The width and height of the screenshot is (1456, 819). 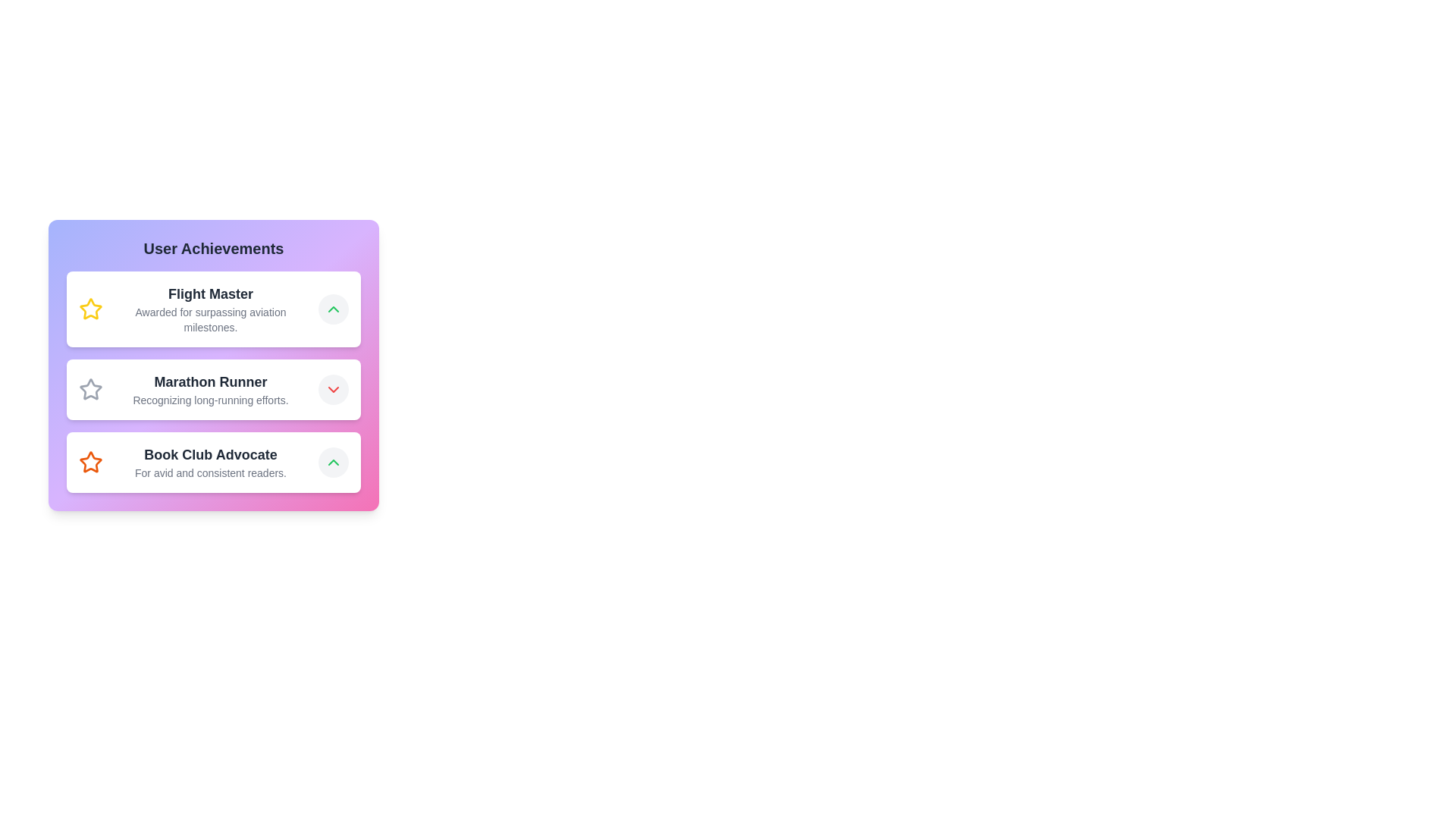 What do you see at coordinates (90, 461) in the screenshot?
I see `the orange star icon representing the 'Book Club Advocate' achievement, which is located to the left of its label in the User Achievements list` at bounding box center [90, 461].